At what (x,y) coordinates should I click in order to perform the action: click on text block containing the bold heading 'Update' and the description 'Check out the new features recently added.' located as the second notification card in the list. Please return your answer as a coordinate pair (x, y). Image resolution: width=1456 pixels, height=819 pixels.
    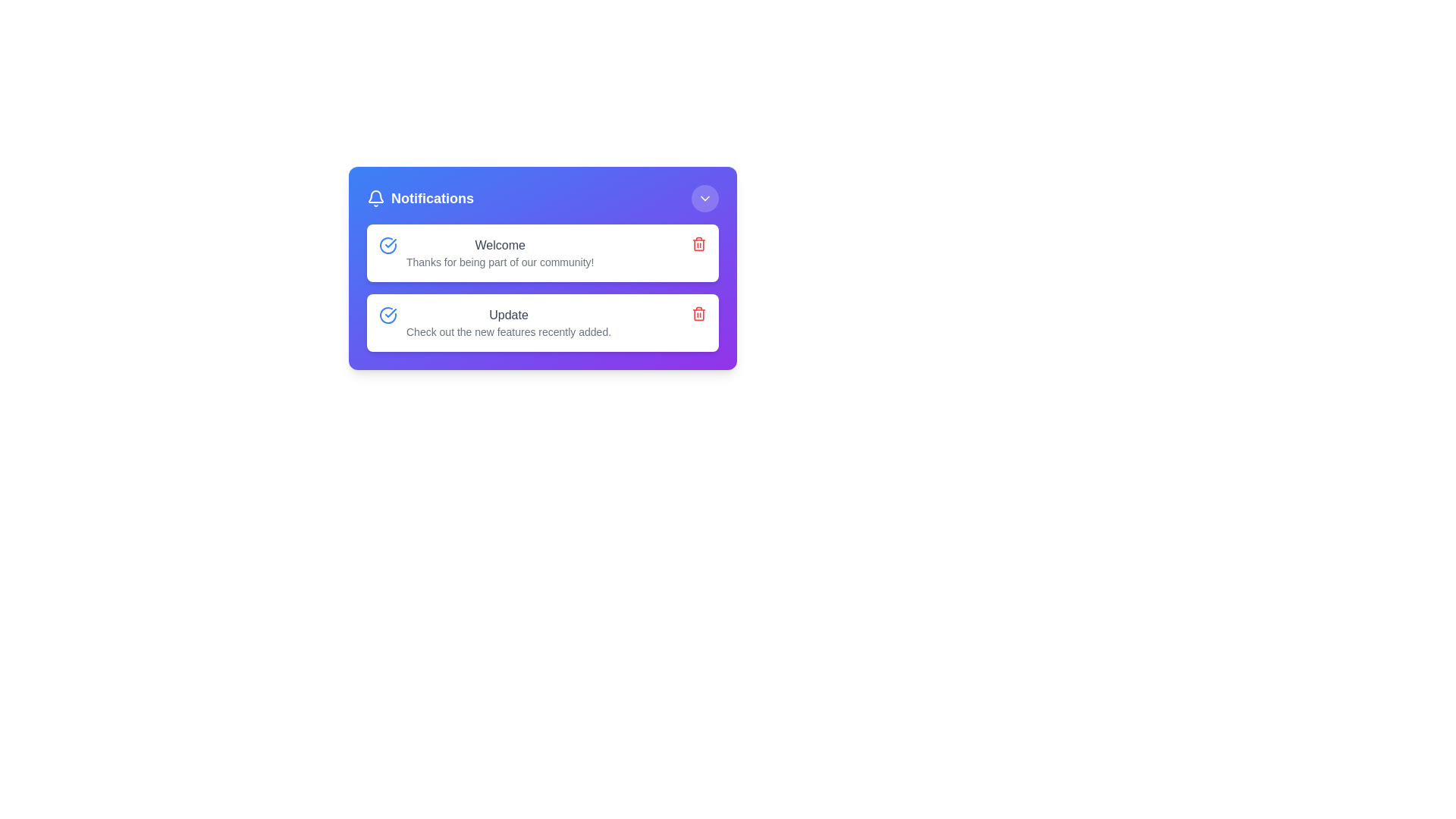
    Looking at the image, I should click on (509, 322).